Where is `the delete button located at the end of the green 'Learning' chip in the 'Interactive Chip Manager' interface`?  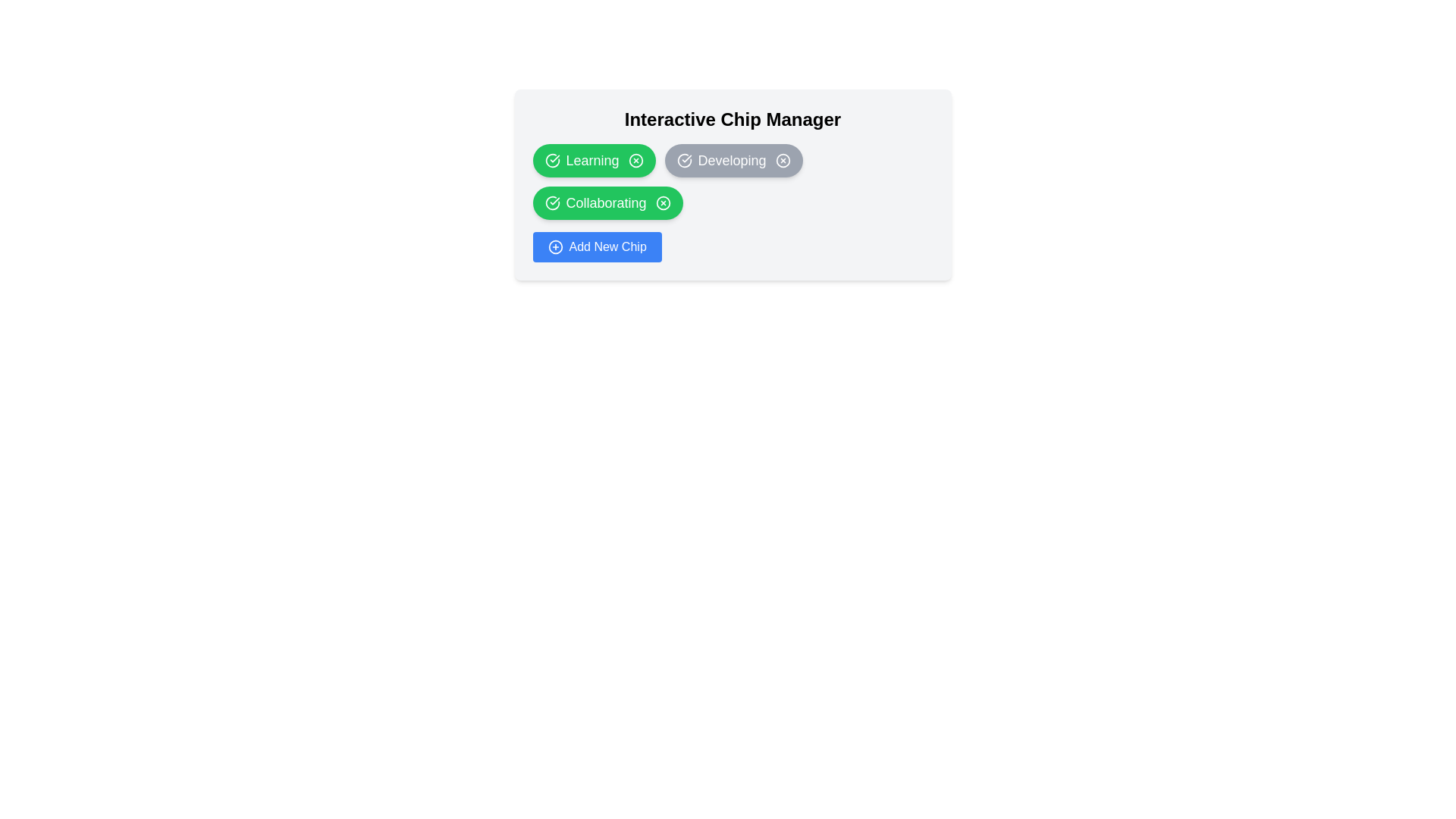 the delete button located at the end of the green 'Learning' chip in the 'Interactive Chip Manager' interface is located at coordinates (635, 161).